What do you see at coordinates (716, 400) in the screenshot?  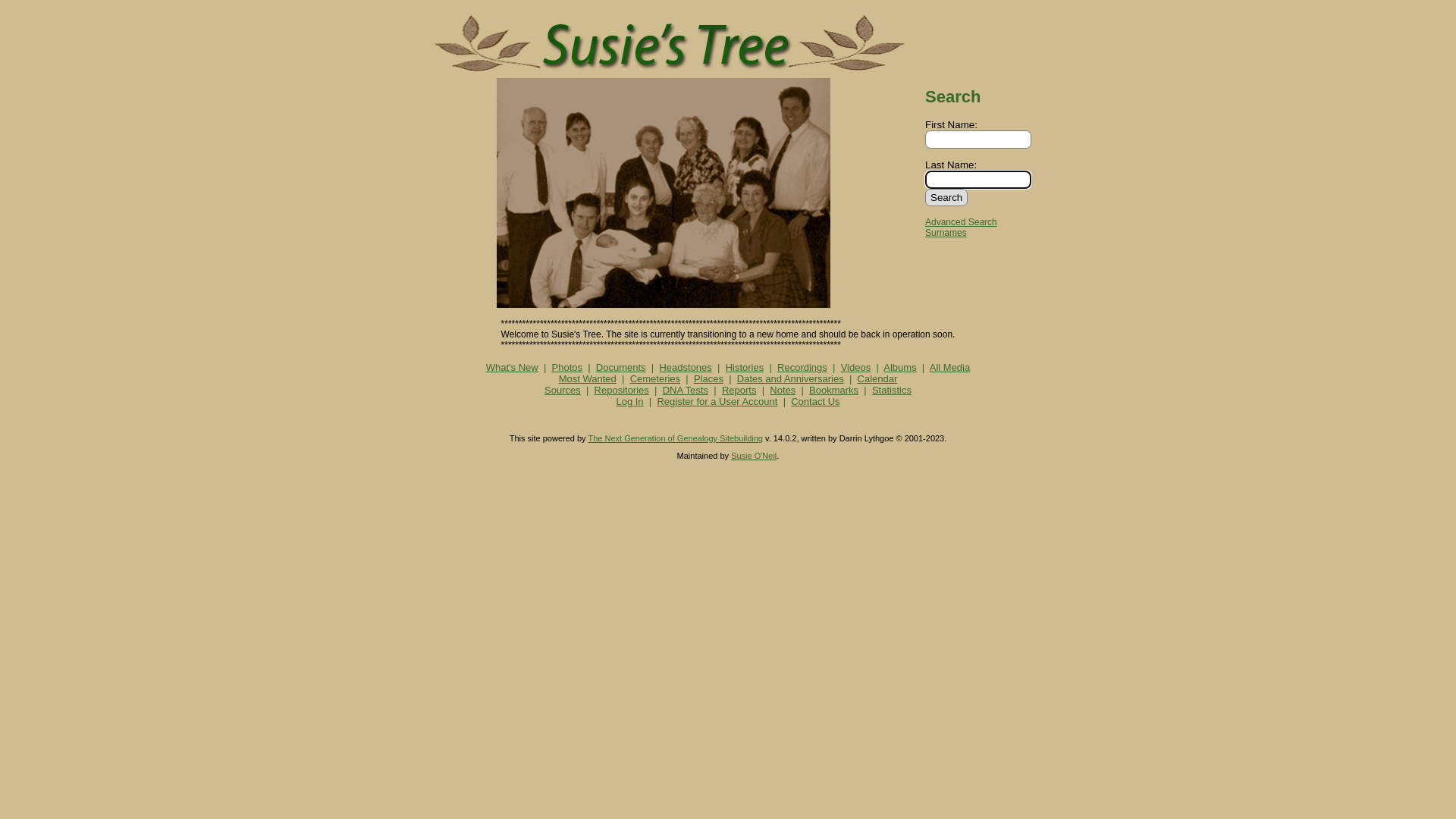 I see `'Register for a User Account'` at bounding box center [716, 400].